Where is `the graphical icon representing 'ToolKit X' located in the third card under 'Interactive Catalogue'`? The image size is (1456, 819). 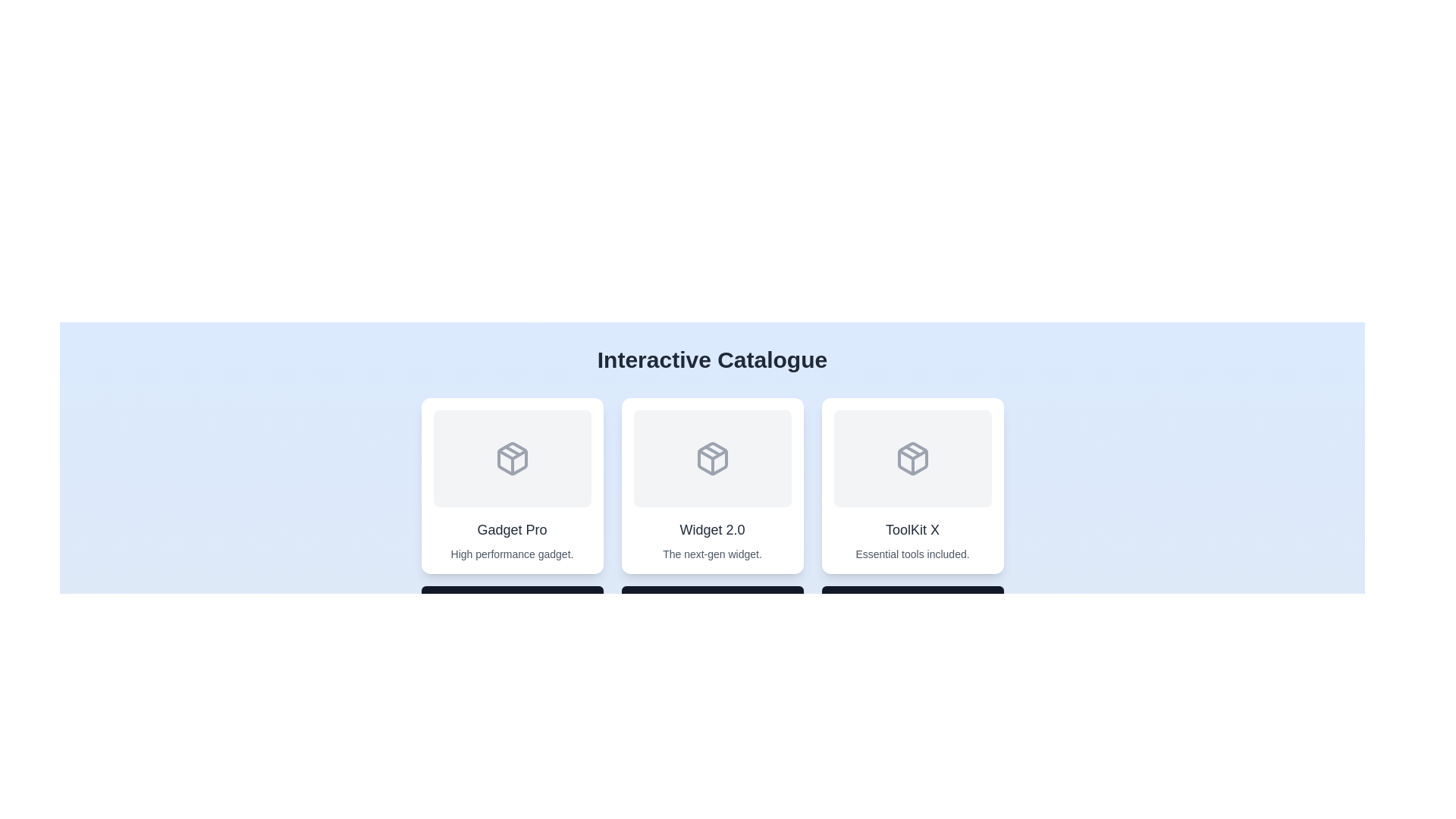 the graphical icon representing 'ToolKit X' located in the third card under 'Interactive Catalogue' is located at coordinates (912, 458).